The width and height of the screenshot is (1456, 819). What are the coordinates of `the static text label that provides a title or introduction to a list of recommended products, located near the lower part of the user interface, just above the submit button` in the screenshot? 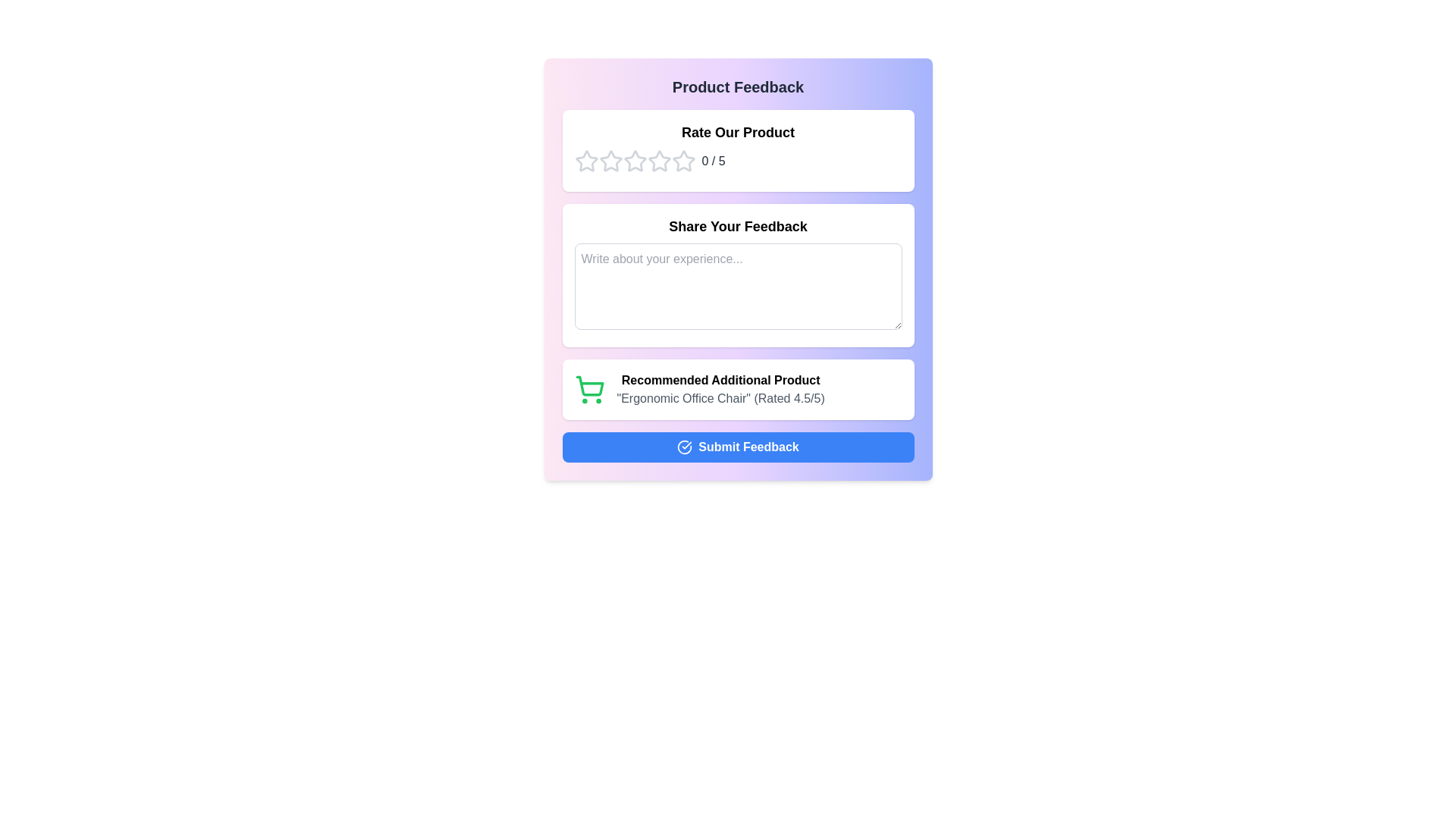 It's located at (720, 379).